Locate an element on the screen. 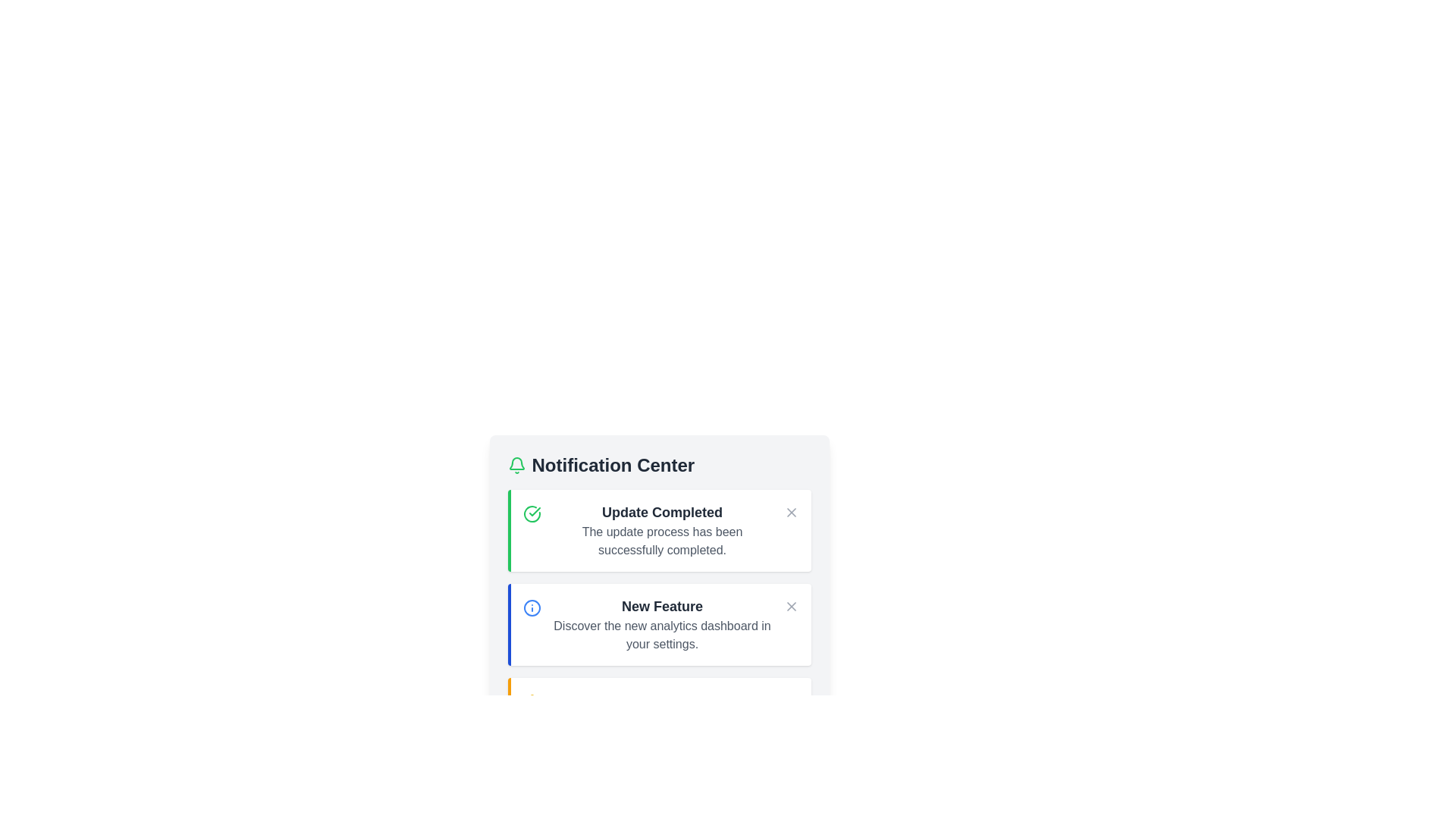  graphical properties of the warning indicator icon located at the bottom of the Notification Center interface, centrally aligned beneath the notifications is located at coordinates (532, 701).